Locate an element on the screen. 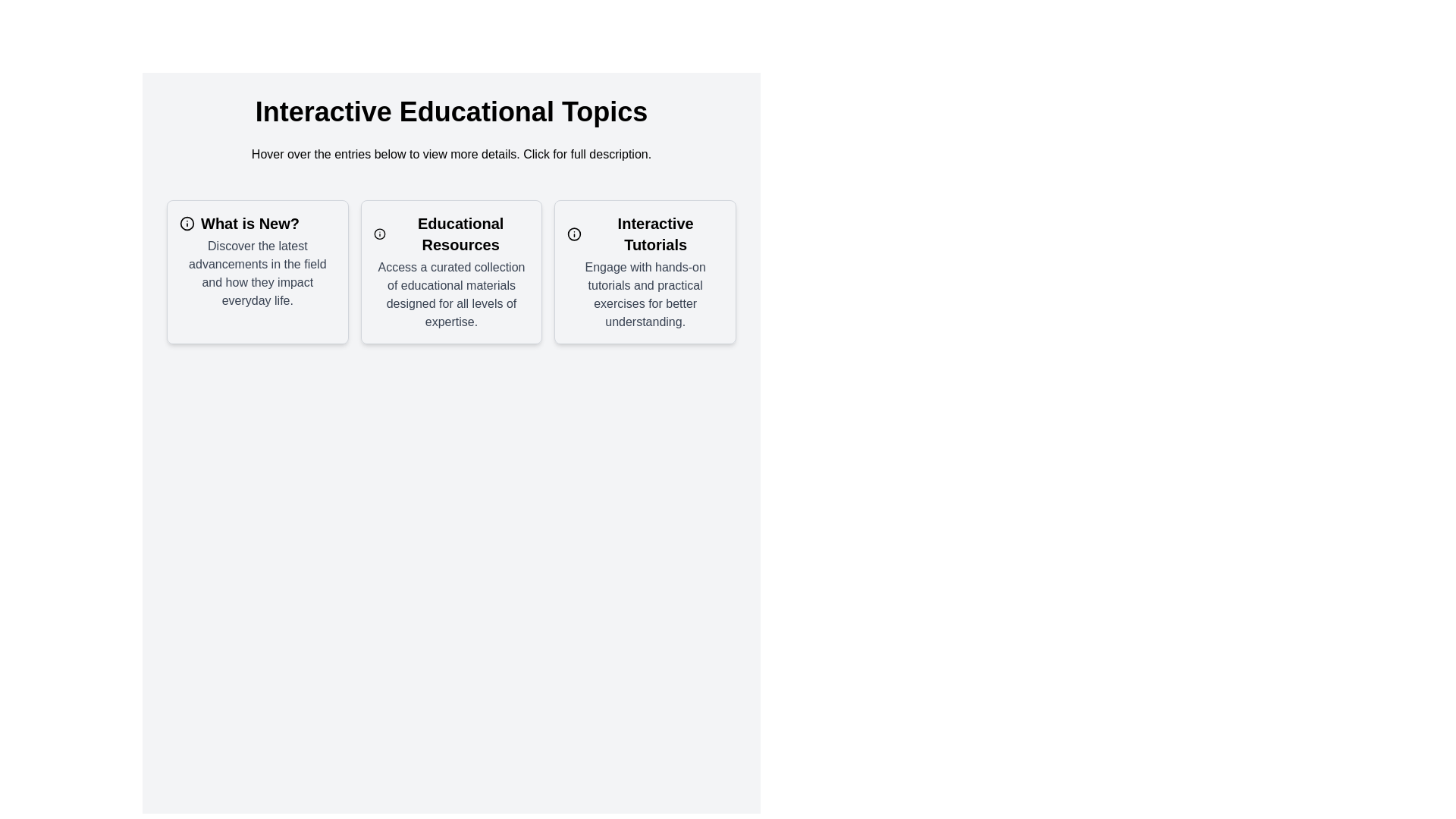  bold, large header text 'Interactive Tutorials' located at the top of the card UI element, which is the third item from the left in a horizontal list is located at coordinates (645, 234).